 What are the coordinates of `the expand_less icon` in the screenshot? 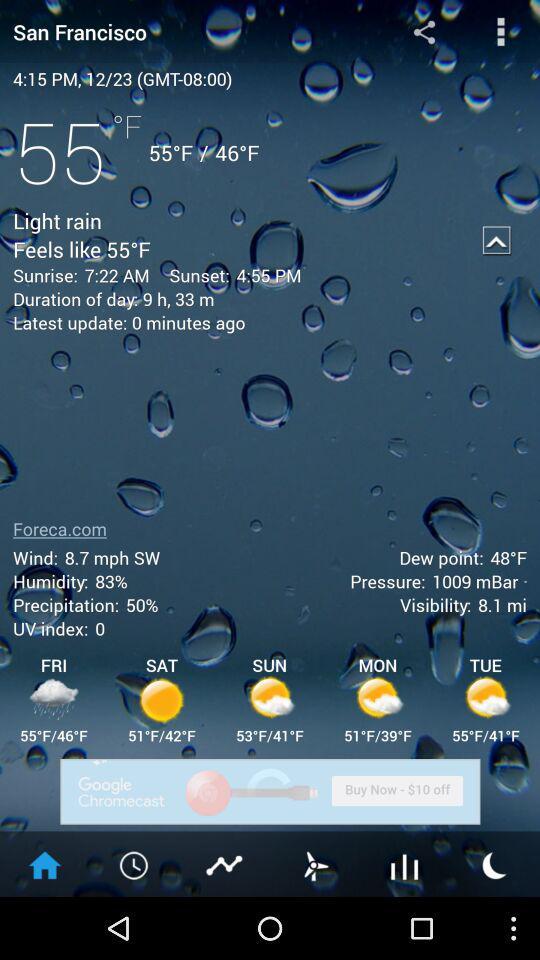 It's located at (496, 256).